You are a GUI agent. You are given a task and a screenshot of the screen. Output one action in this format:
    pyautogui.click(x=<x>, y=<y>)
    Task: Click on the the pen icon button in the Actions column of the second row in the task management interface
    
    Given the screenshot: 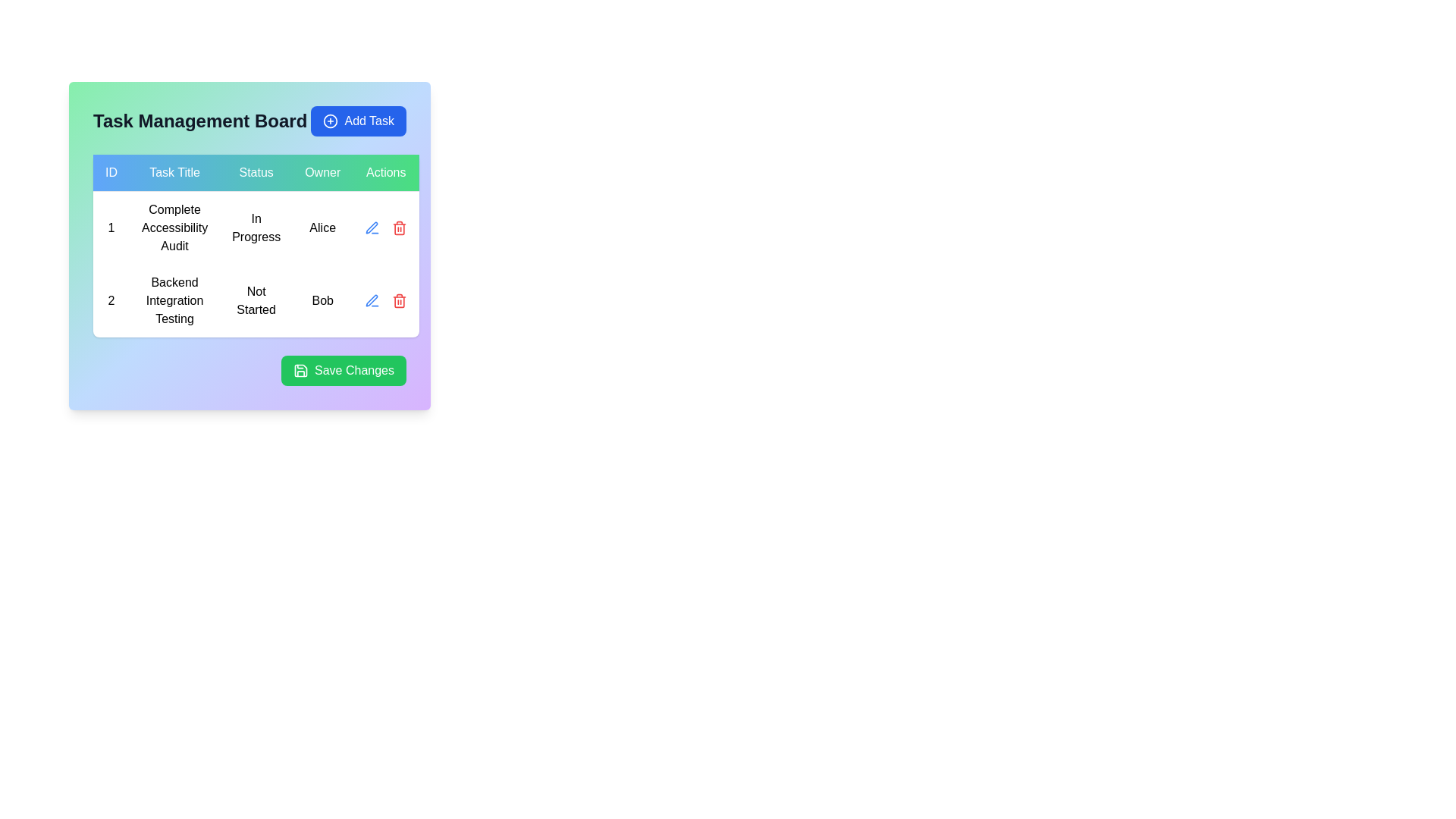 What is the action you would take?
    pyautogui.click(x=372, y=300)
    